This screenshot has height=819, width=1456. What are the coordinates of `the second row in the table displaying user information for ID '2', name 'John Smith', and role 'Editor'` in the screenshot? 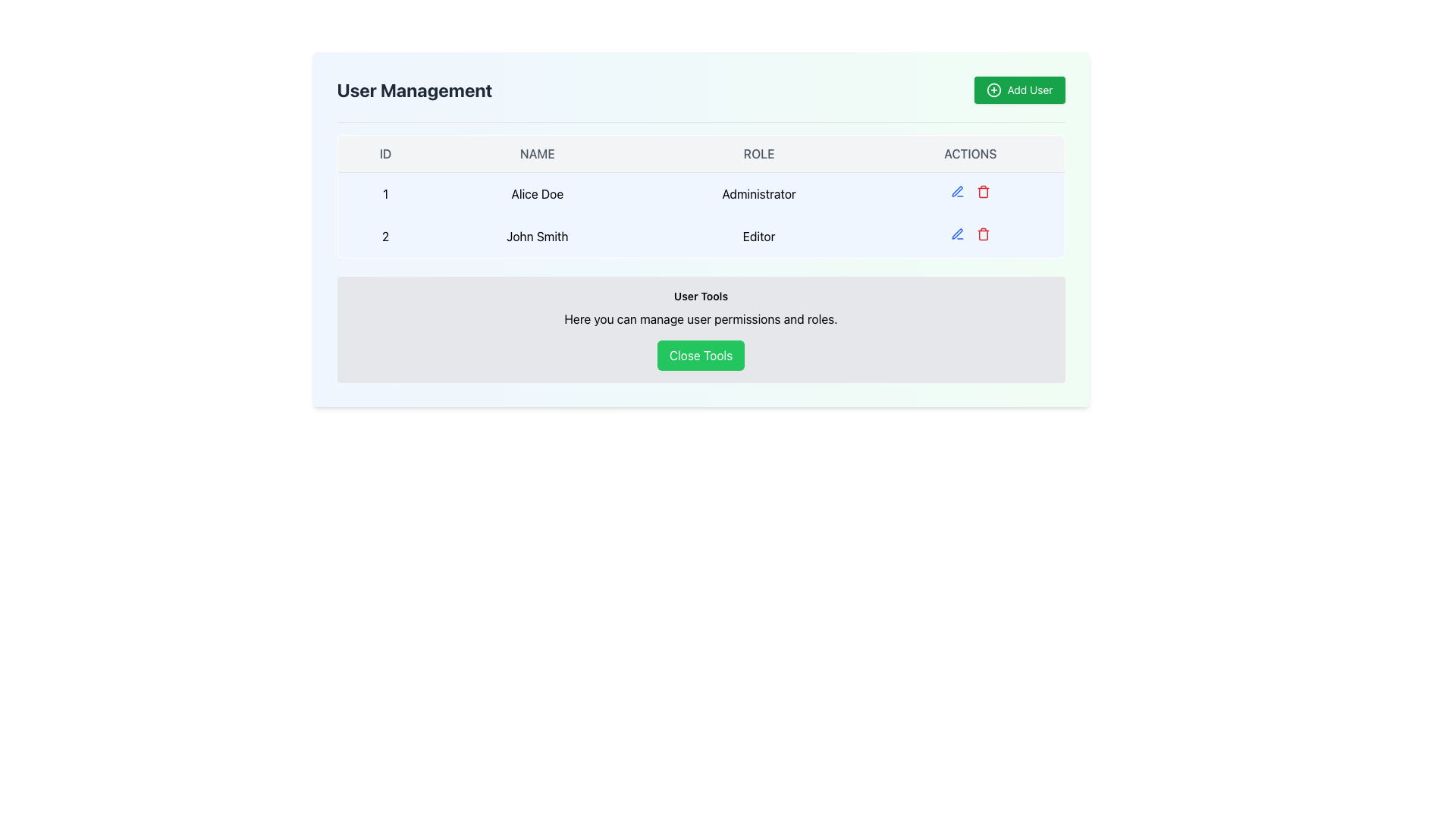 It's located at (700, 237).